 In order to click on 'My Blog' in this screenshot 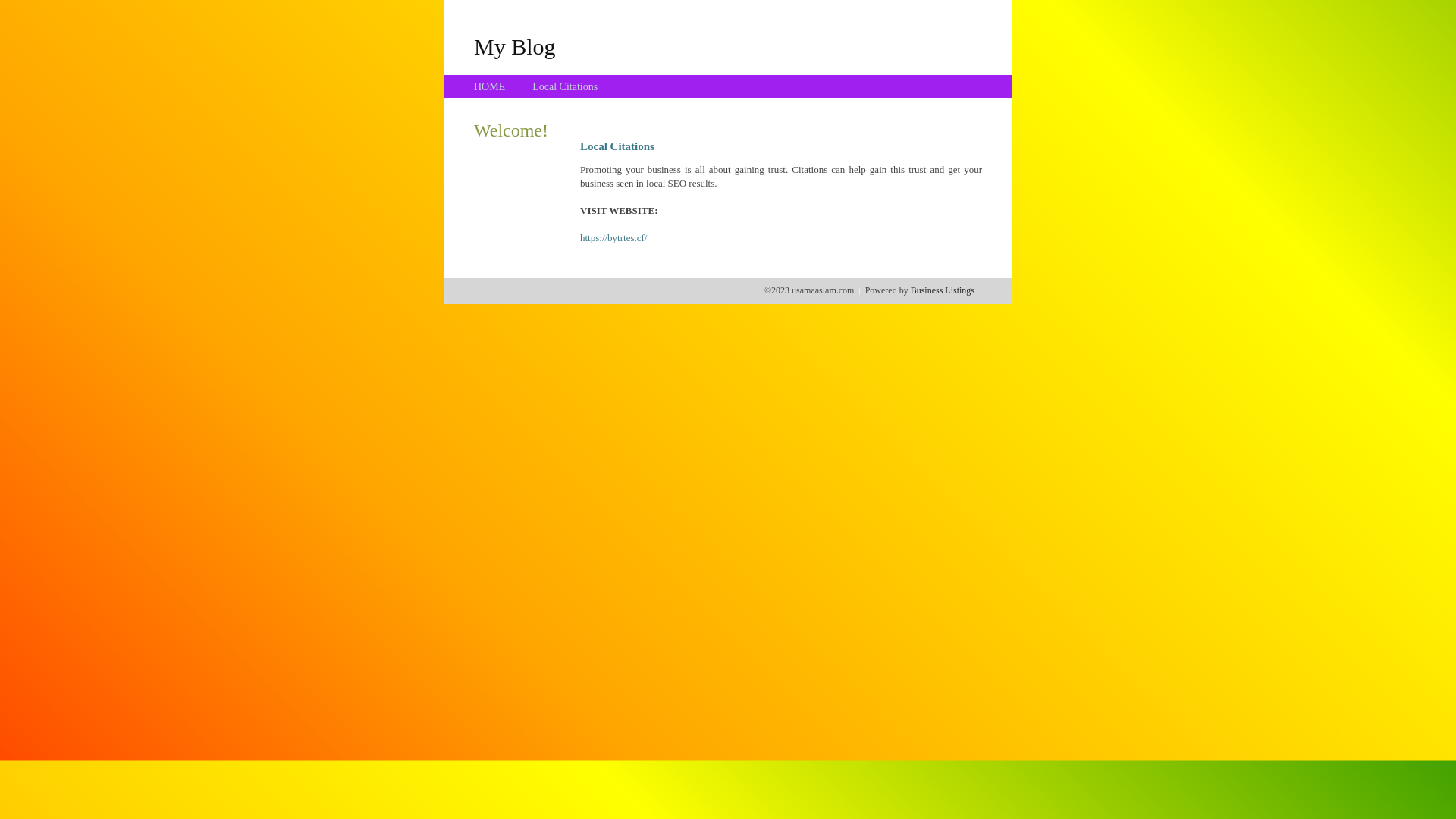, I will do `click(514, 45)`.